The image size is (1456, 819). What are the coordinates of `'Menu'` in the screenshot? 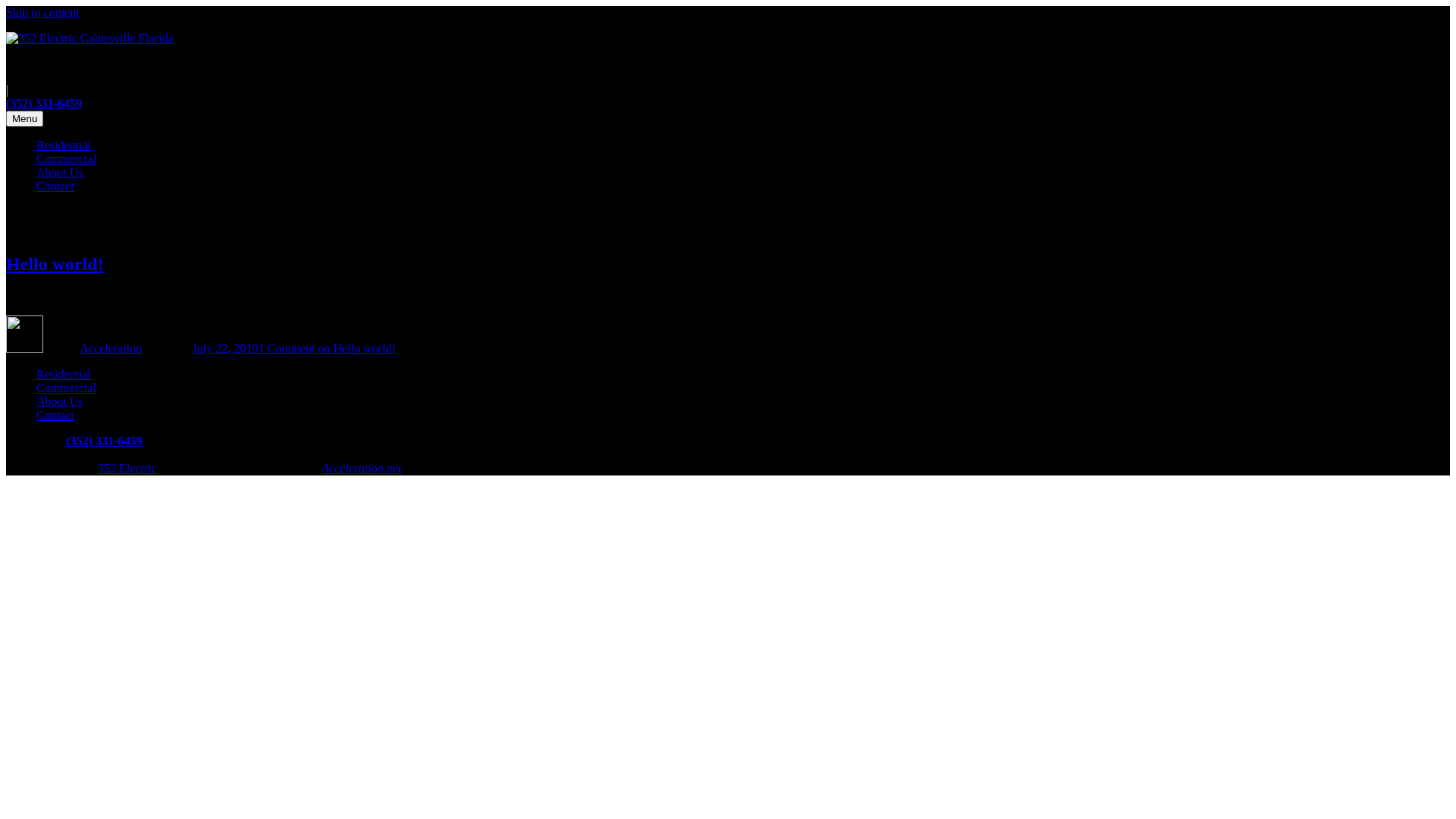 It's located at (24, 118).